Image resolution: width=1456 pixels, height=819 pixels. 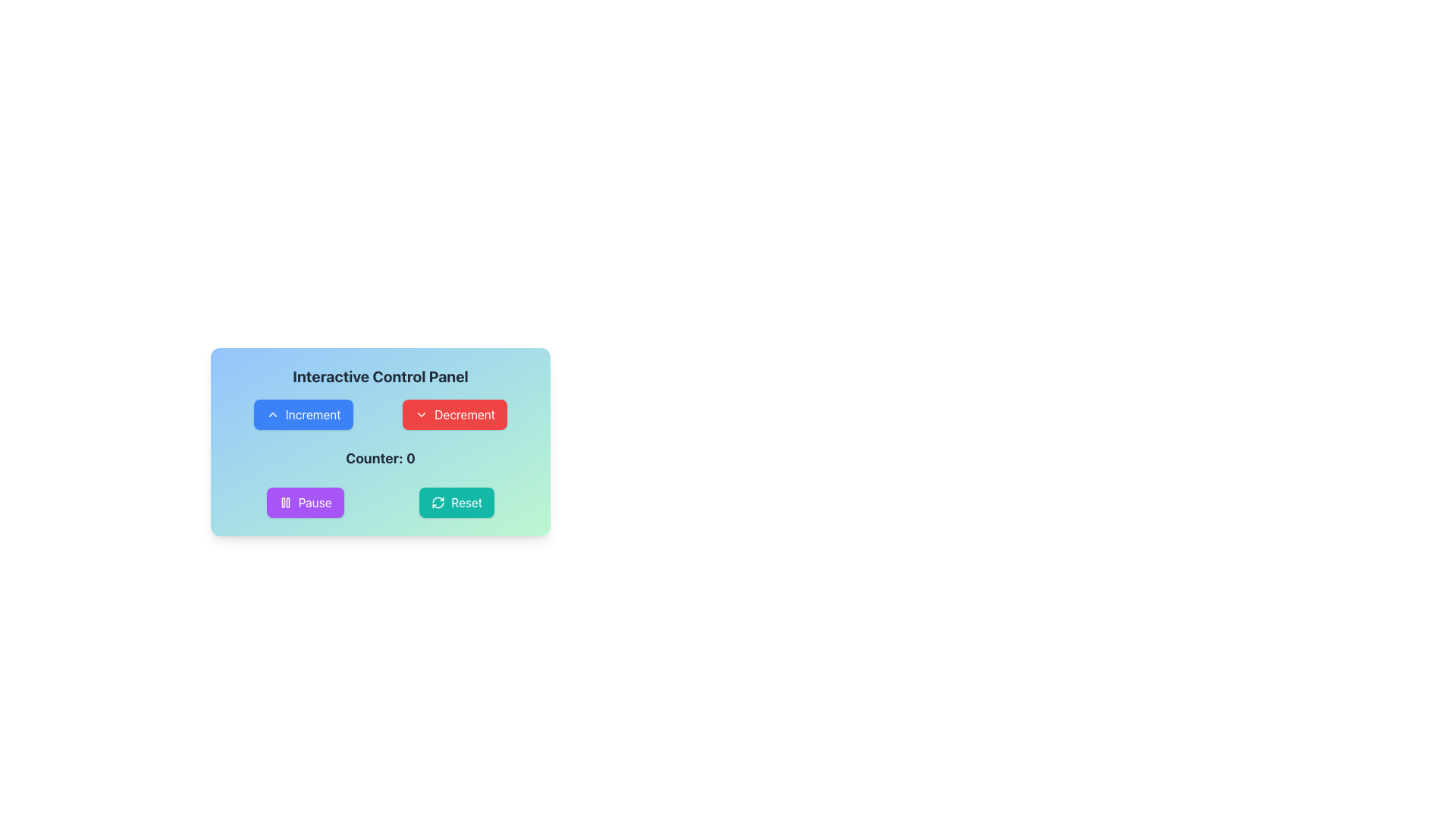 I want to click on the 'Reset' button with a teal background located at the bottom of the control panel to reset the counter, so click(x=456, y=503).